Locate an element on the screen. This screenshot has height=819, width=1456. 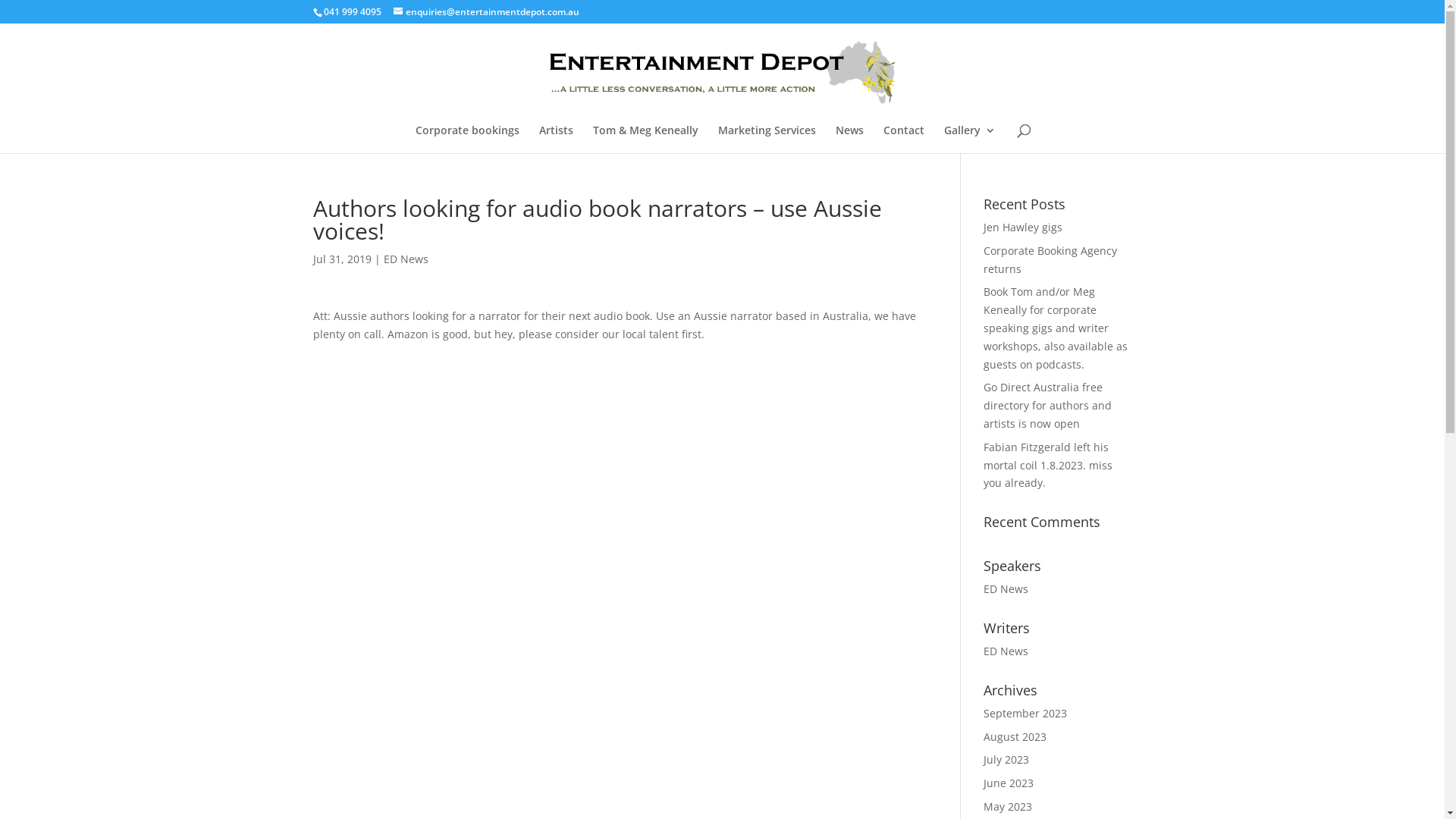
'Contact' is located at coordinates (903, 139).